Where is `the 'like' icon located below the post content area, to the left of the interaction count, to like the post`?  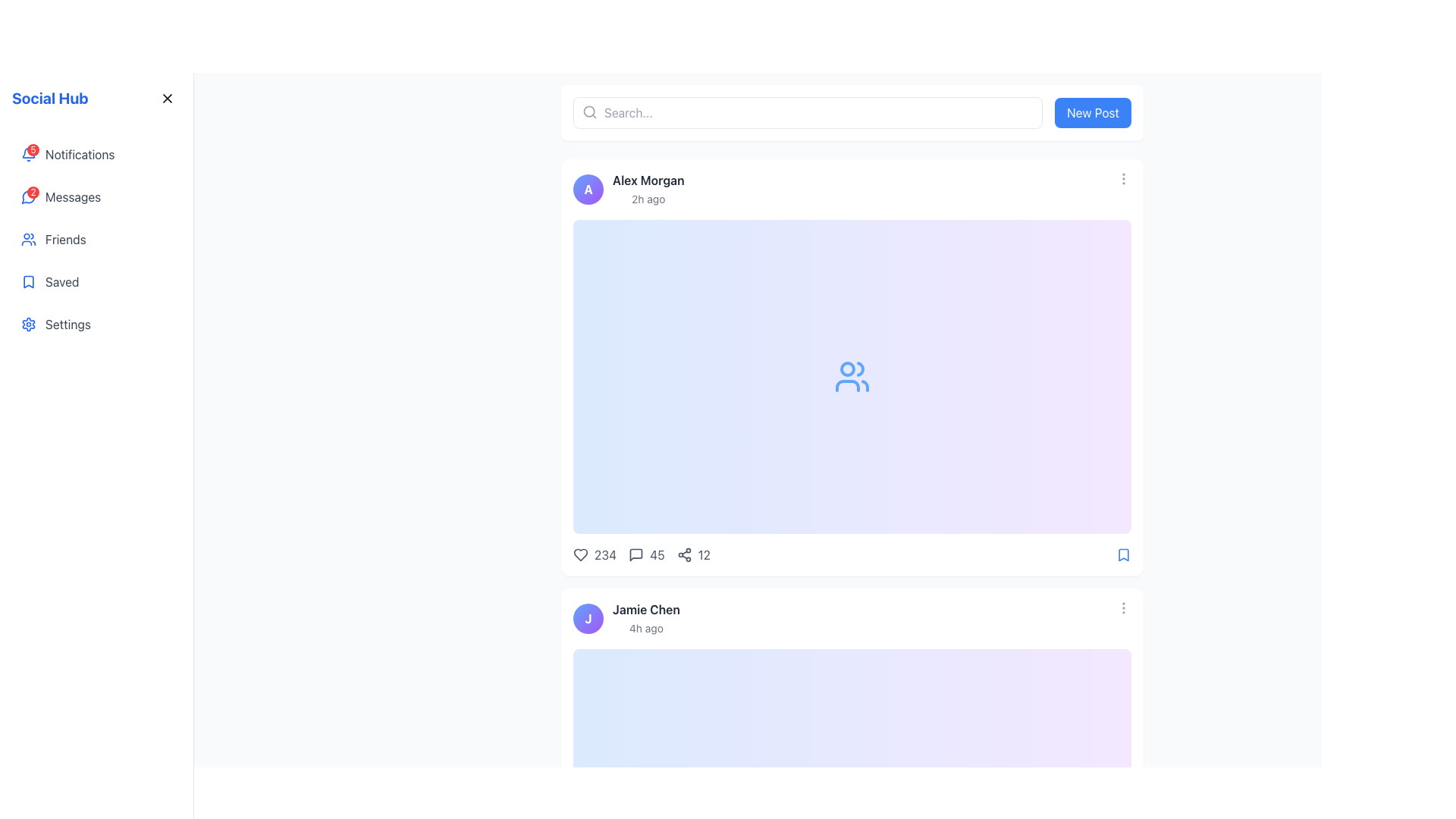
the 'like' icon located below the post content area, to the left of the interaction count, to like the post is located at coordinates (580, 555).